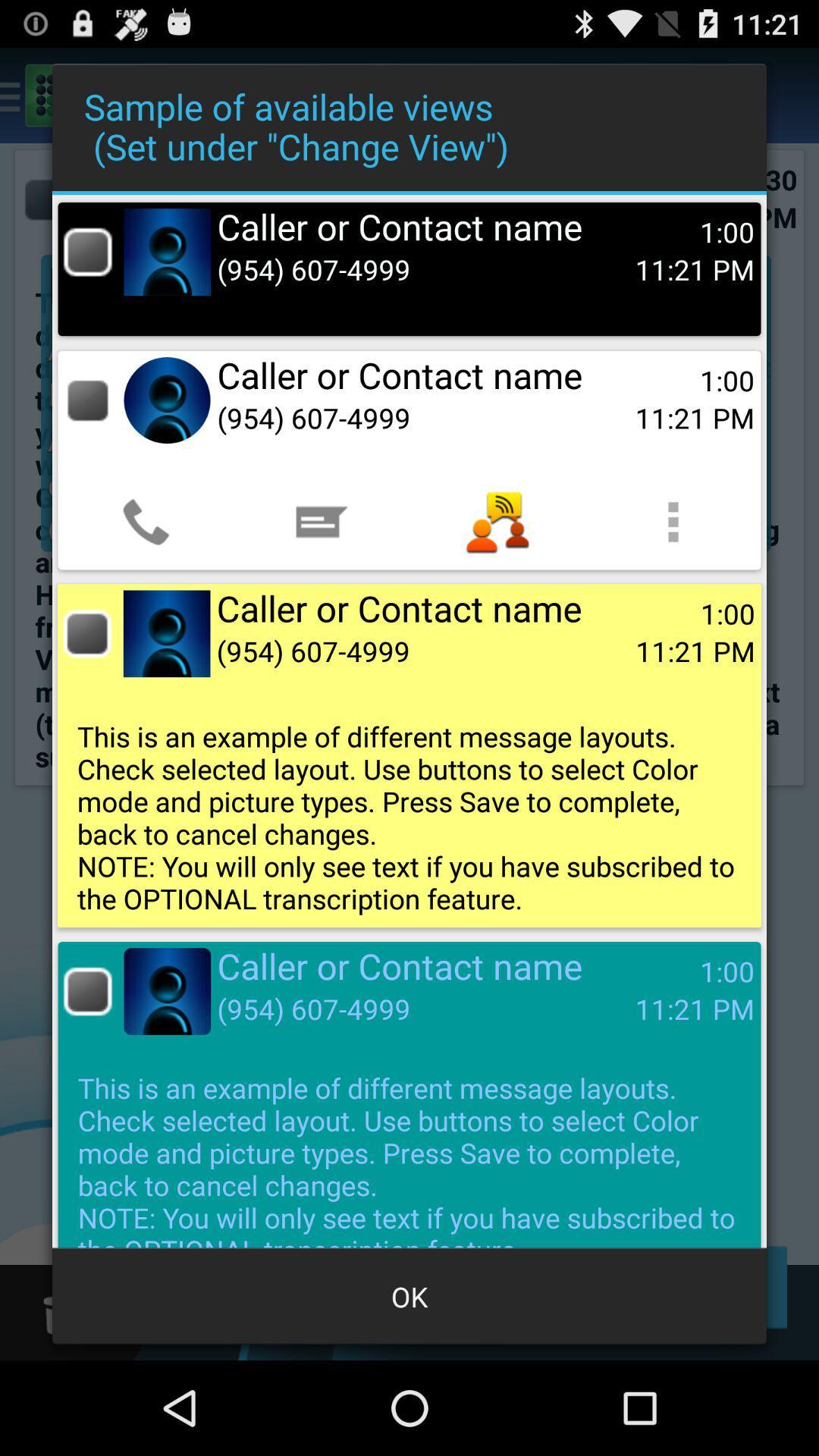 Image resolution: width=819 pixels, height=1456 pixels. Describe the element at coordinates (497, 522) in the screenshot. I see `the app below (954) 607-4999 app` at that location.